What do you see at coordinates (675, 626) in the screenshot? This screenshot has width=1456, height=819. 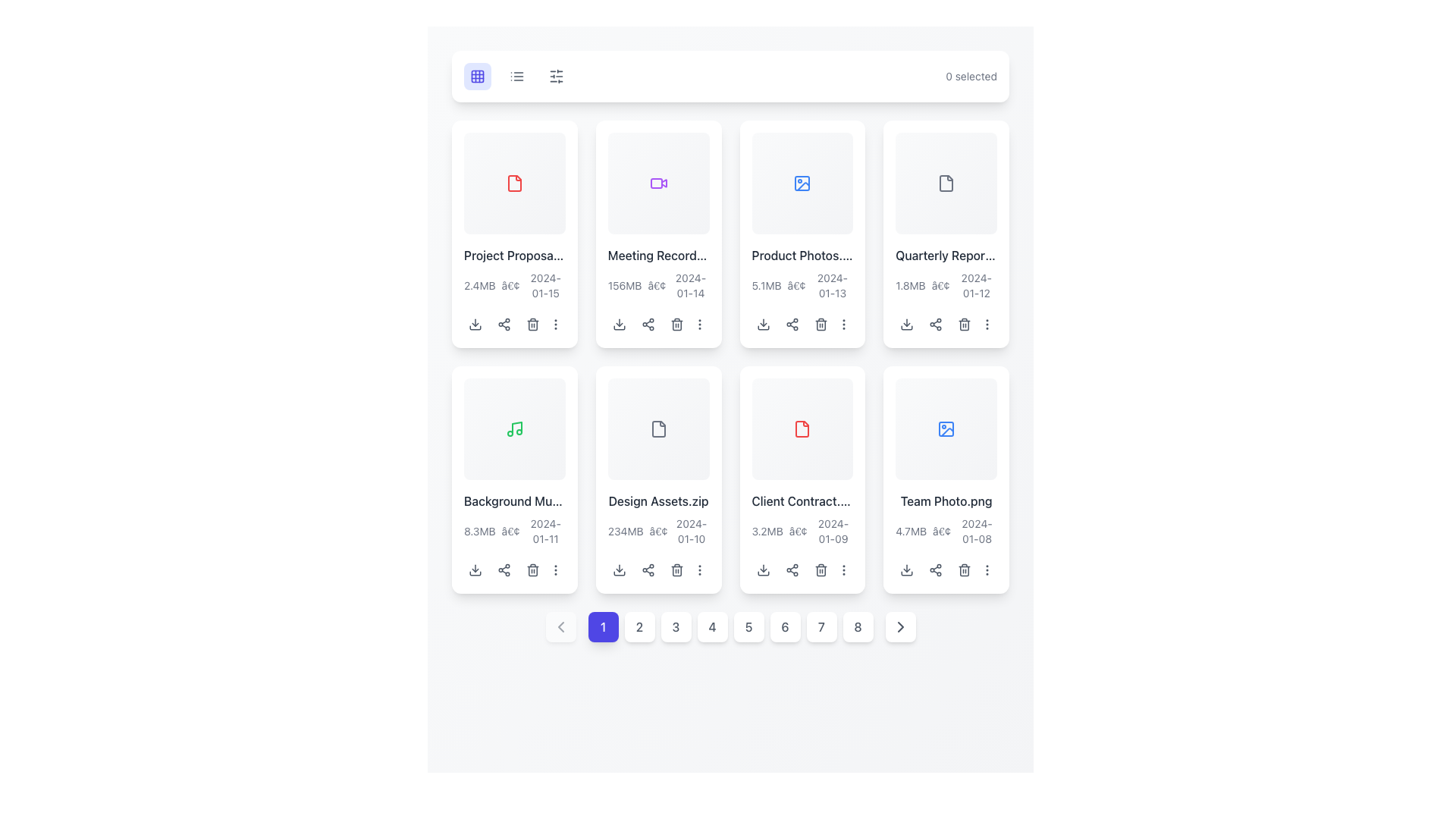 I see `the pagination button labeled '3' located in the center of the horizontal row at the bottom of the grid display` at bounding box center [675, 626].